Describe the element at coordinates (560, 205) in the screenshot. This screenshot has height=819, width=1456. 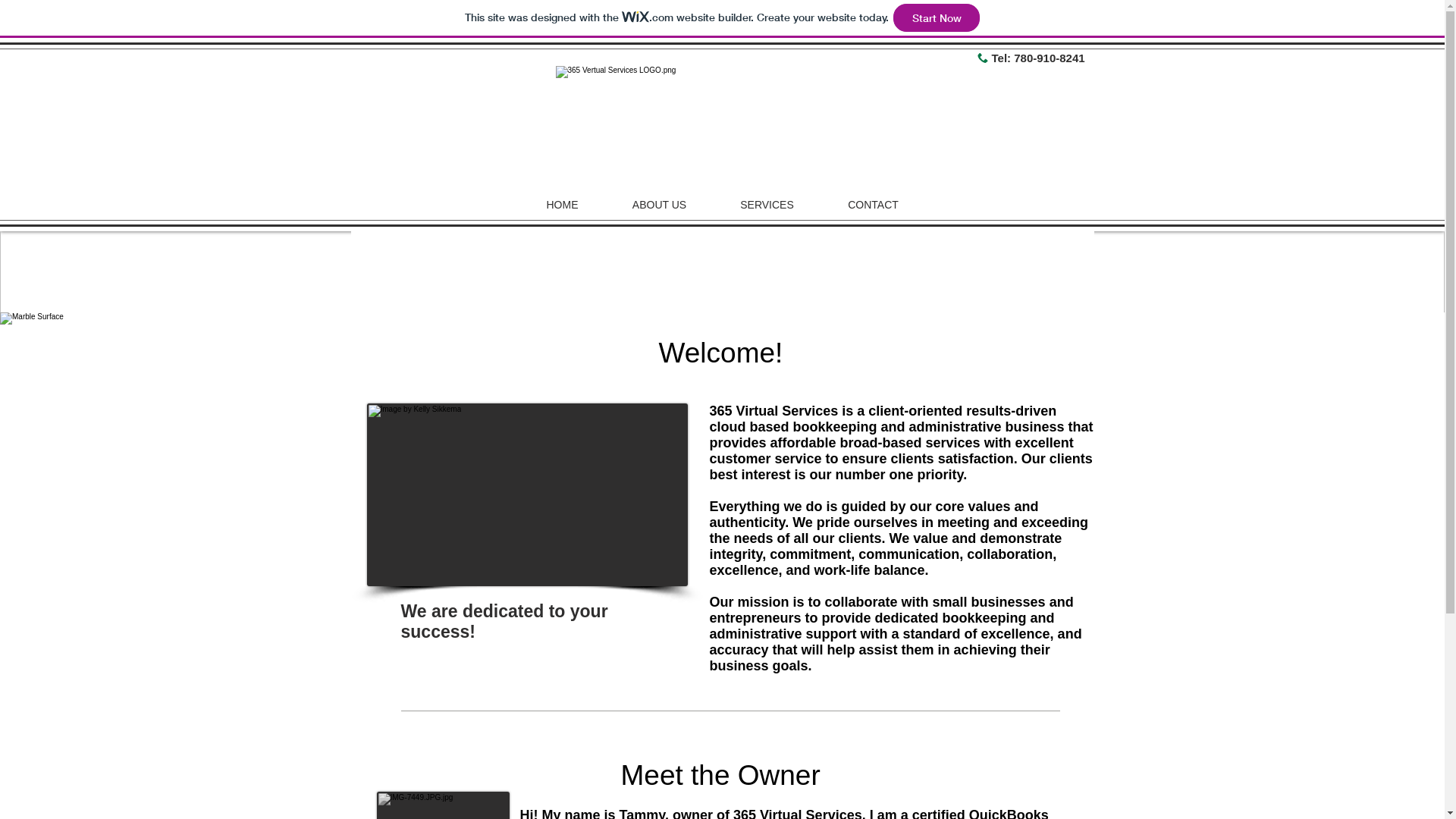
I see `'HOME'` at that location.